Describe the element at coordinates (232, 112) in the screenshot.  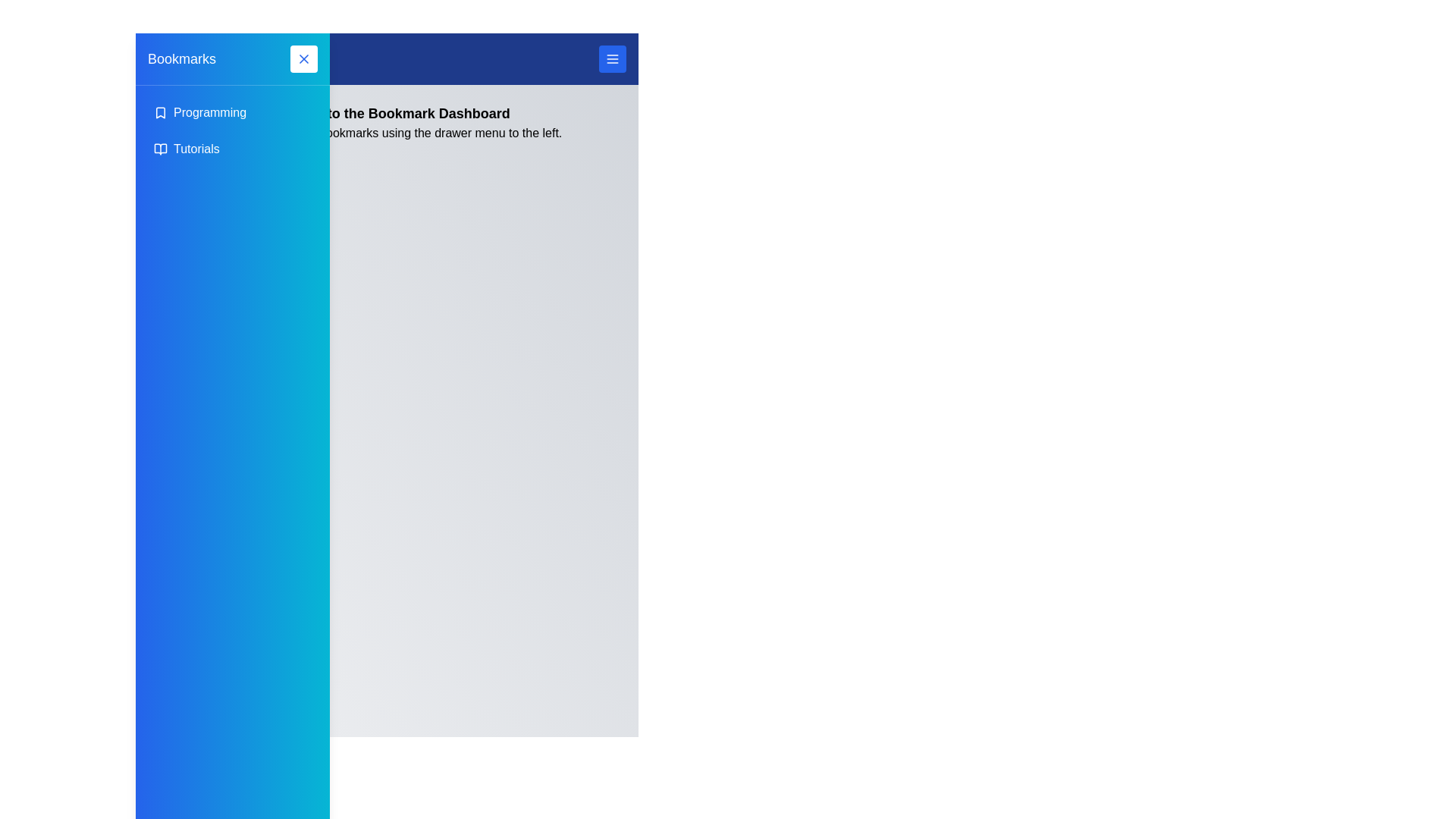
I see `the 'Programming' interactive button link in the sidebar menu by moving the cursor to its center point to highlight it` at that location.